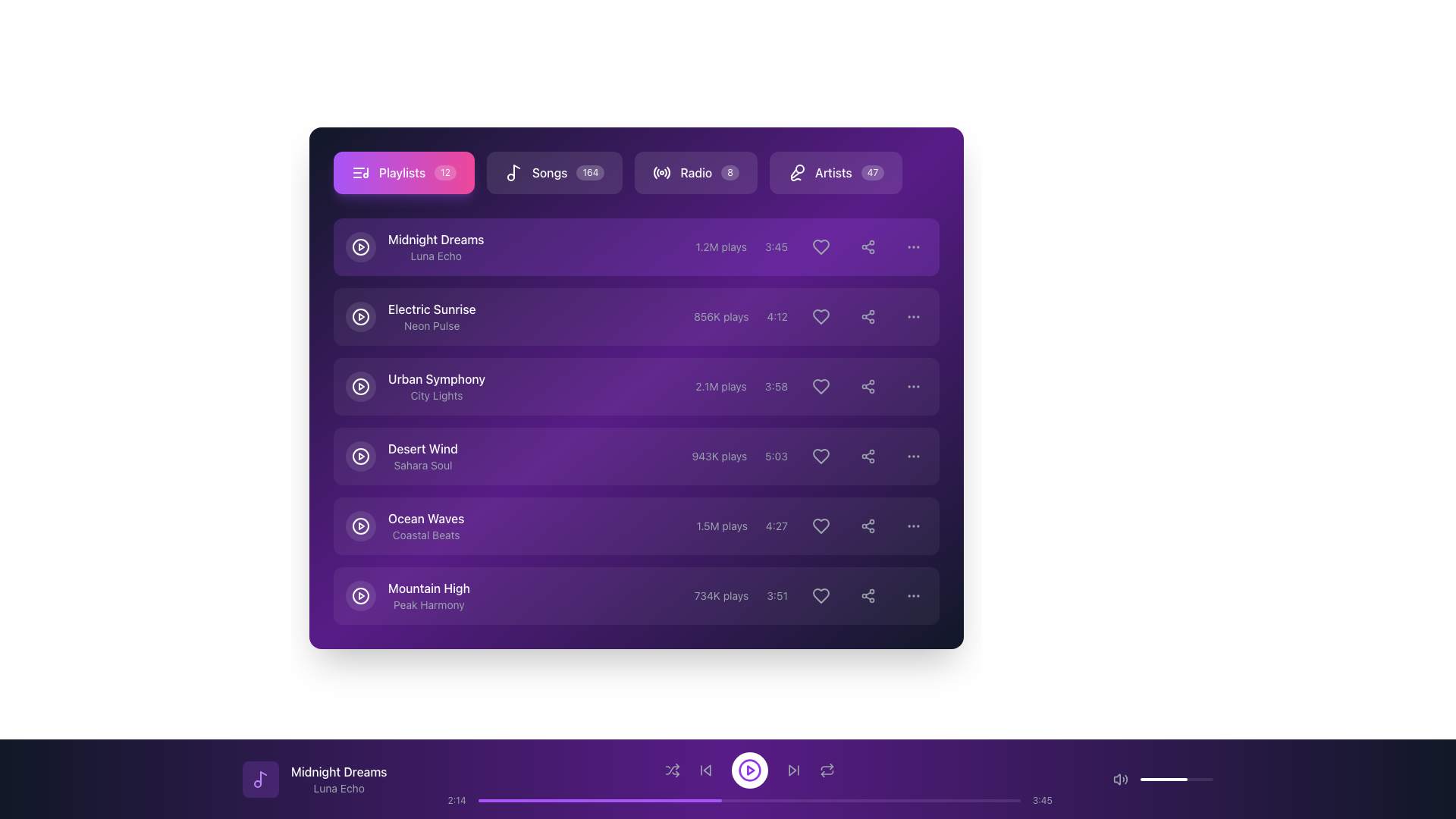 Image resolution: width=1456 pixels, height=819 pixels. Describe the element at coordinates (1162, 780) in the screenshot. I see `the volume level` at that location.